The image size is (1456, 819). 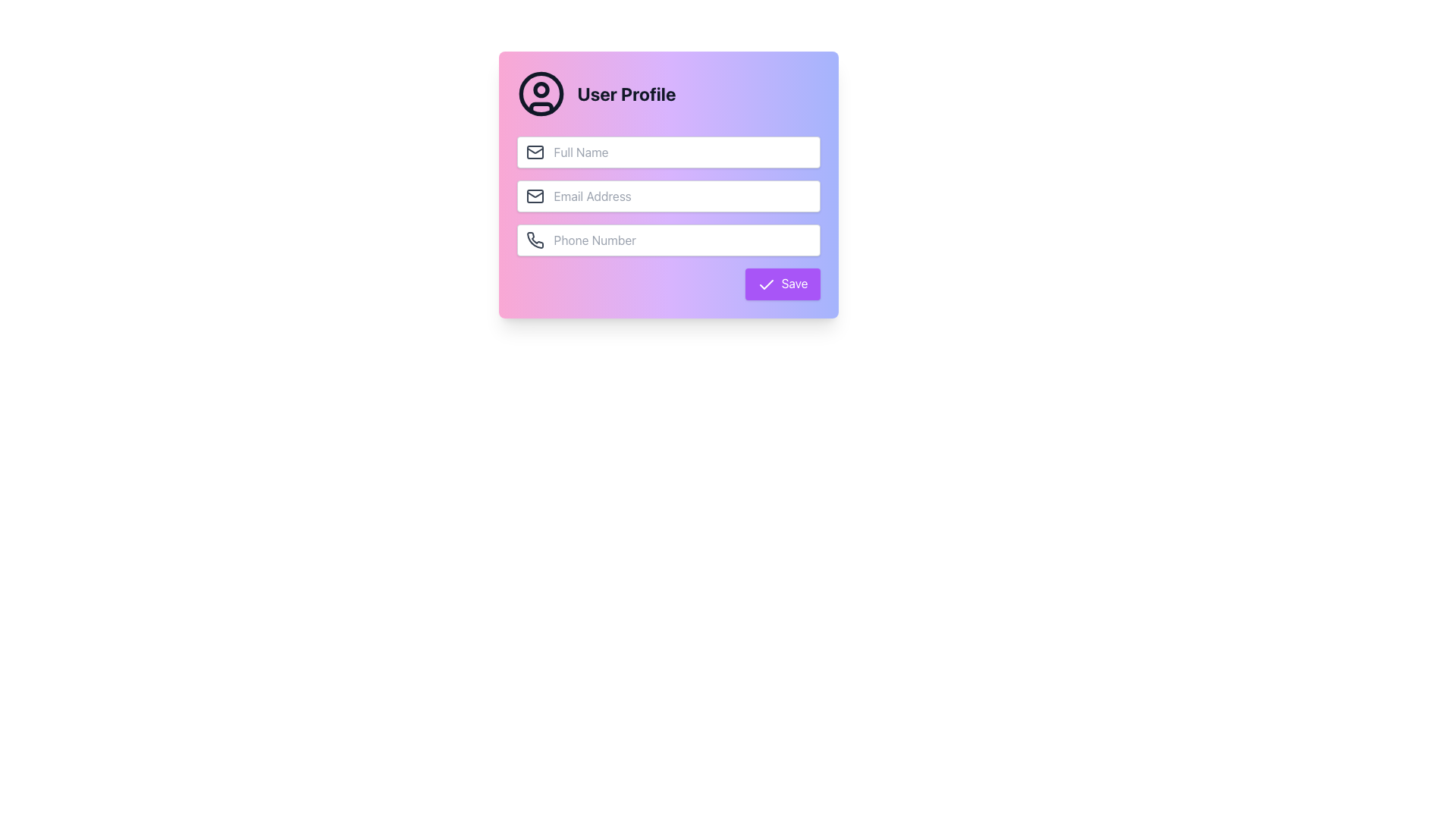 What do you see at coordinates (667, 184) in the screenshot?
I see `the email input field in the centered card with a pink-to-purple gradient background to focus on it` at bounding box center [667, 184].